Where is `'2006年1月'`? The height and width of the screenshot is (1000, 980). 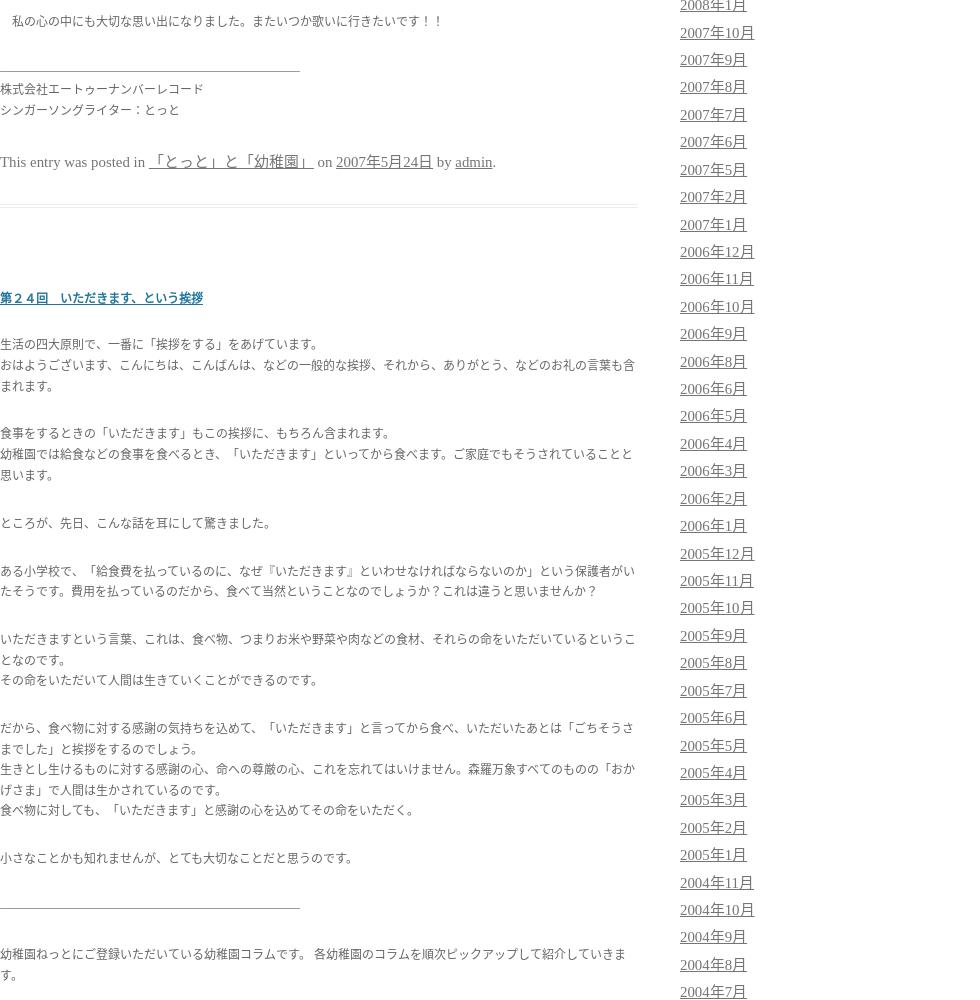
'2006年1月' is located at coordinates (713, 526).